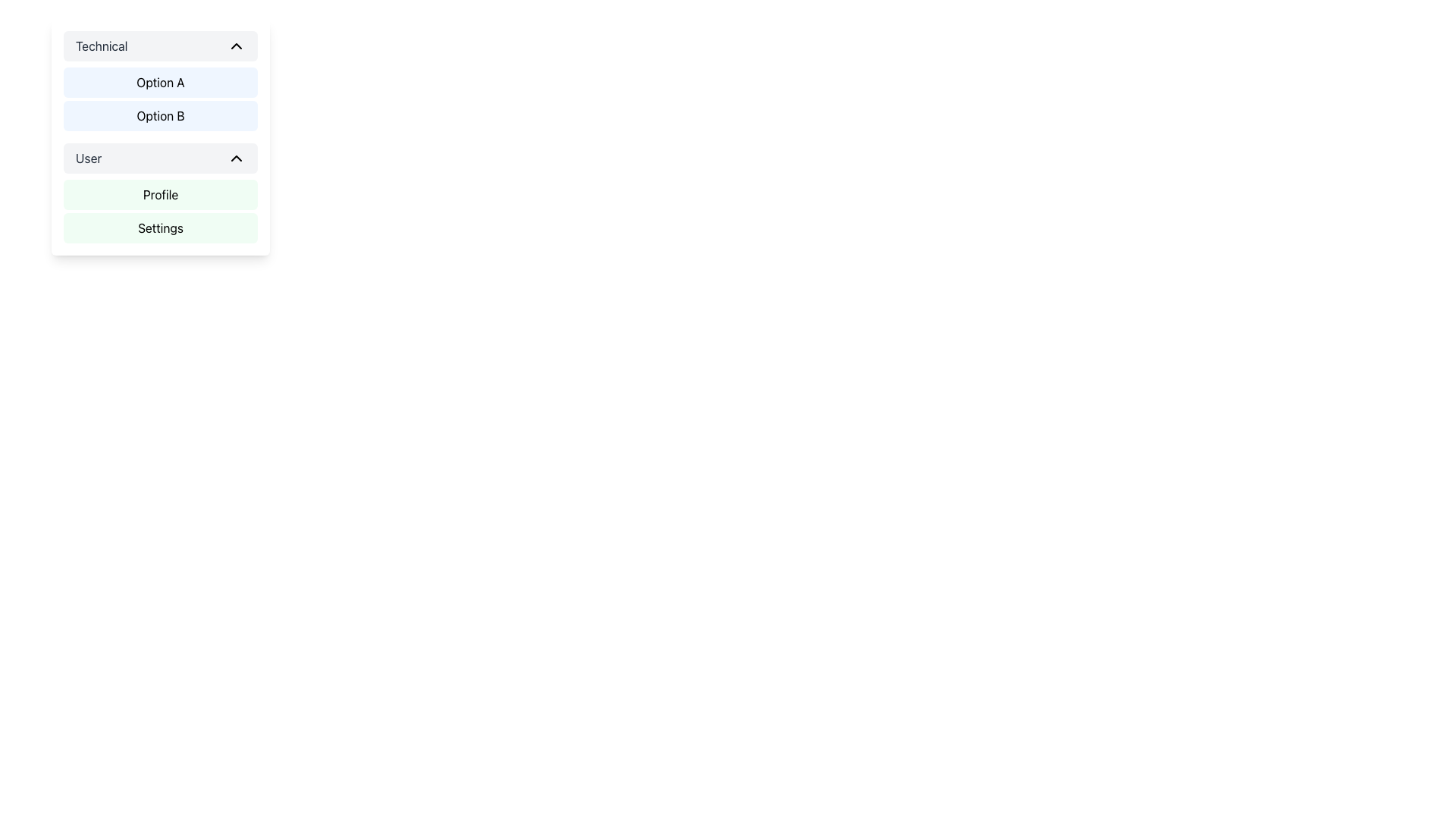  I want to click on the 'Technical' section of the Dropdown menu, so click(160, 137).